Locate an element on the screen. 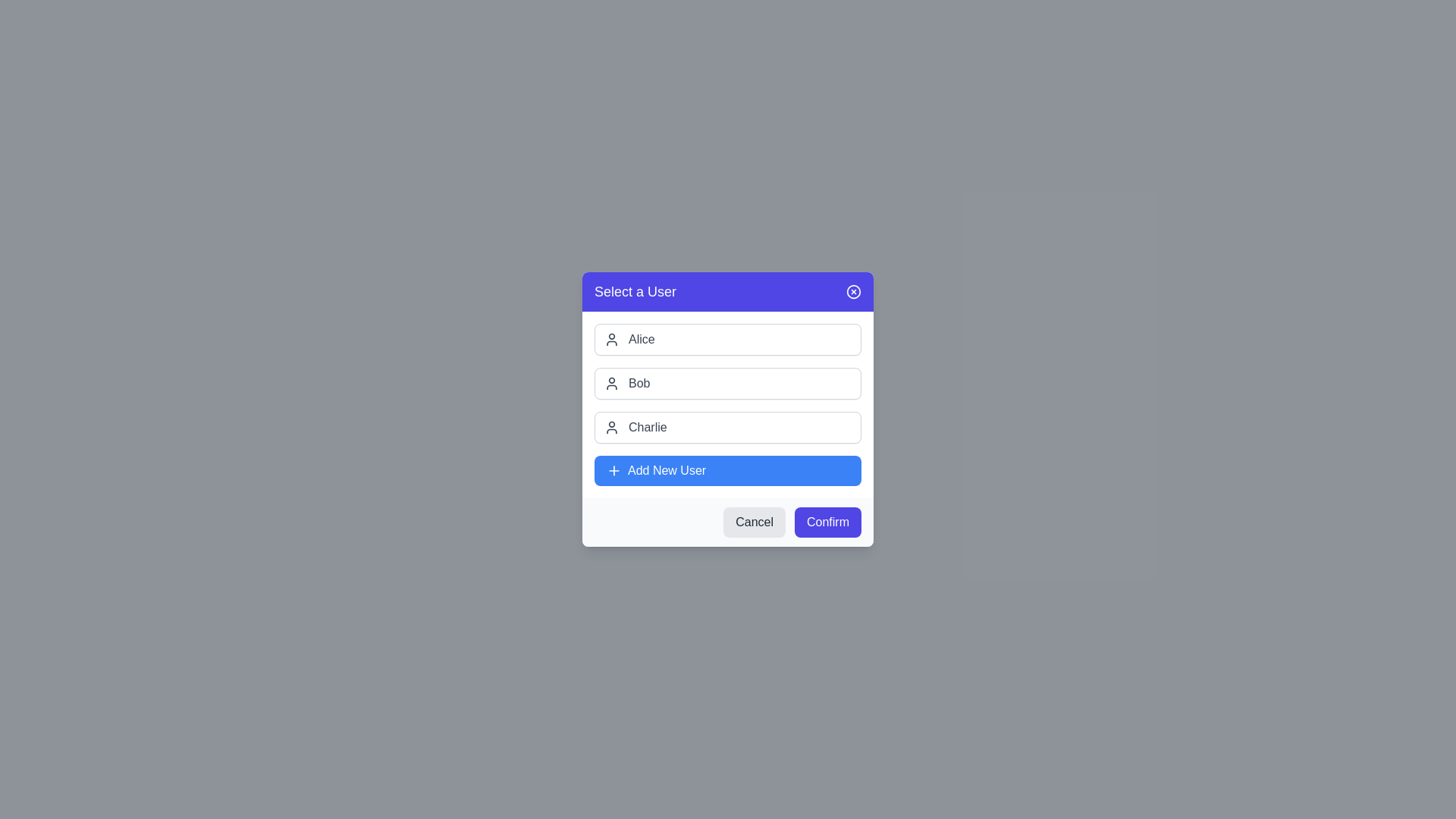 This screenshot has height=819, width=1456. title 'Select a User' in the purple title bar at the top of the modal dialog box to understand its purpose is located at coordinates (728, 292).